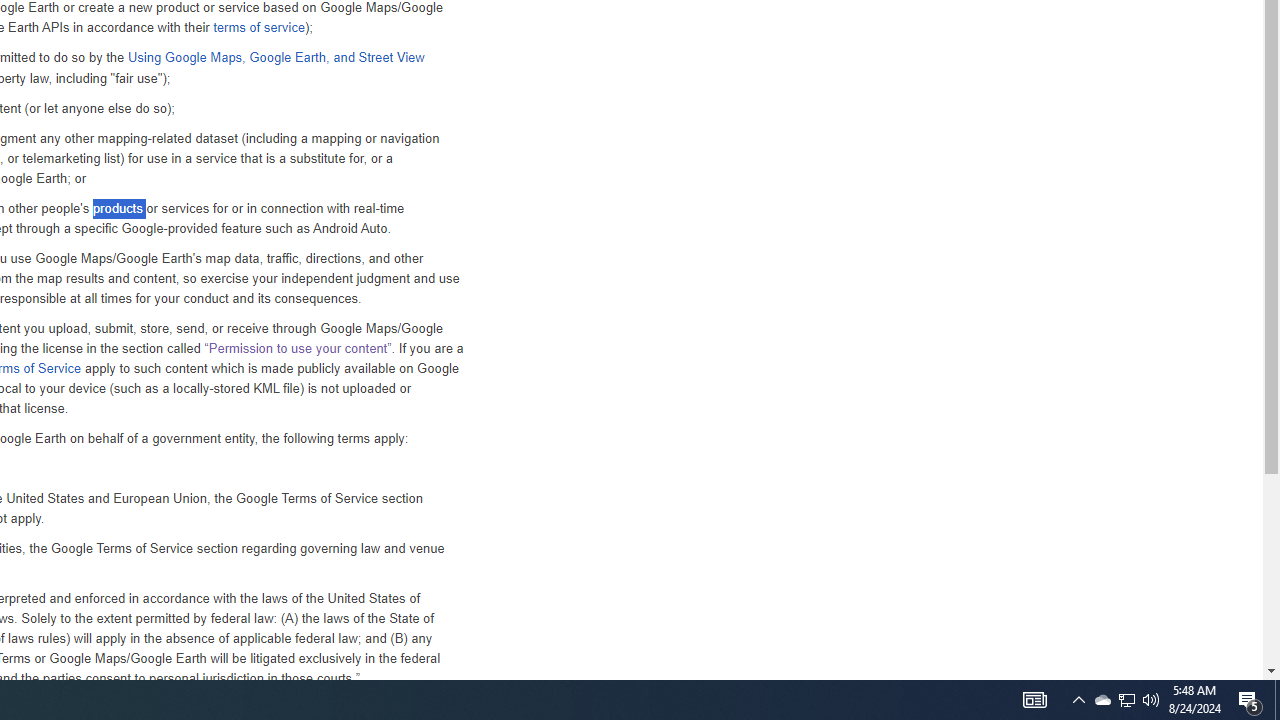  Describe the element at coordinates (257, 28) in the screenshot. I see `'terms of service'` at that location.